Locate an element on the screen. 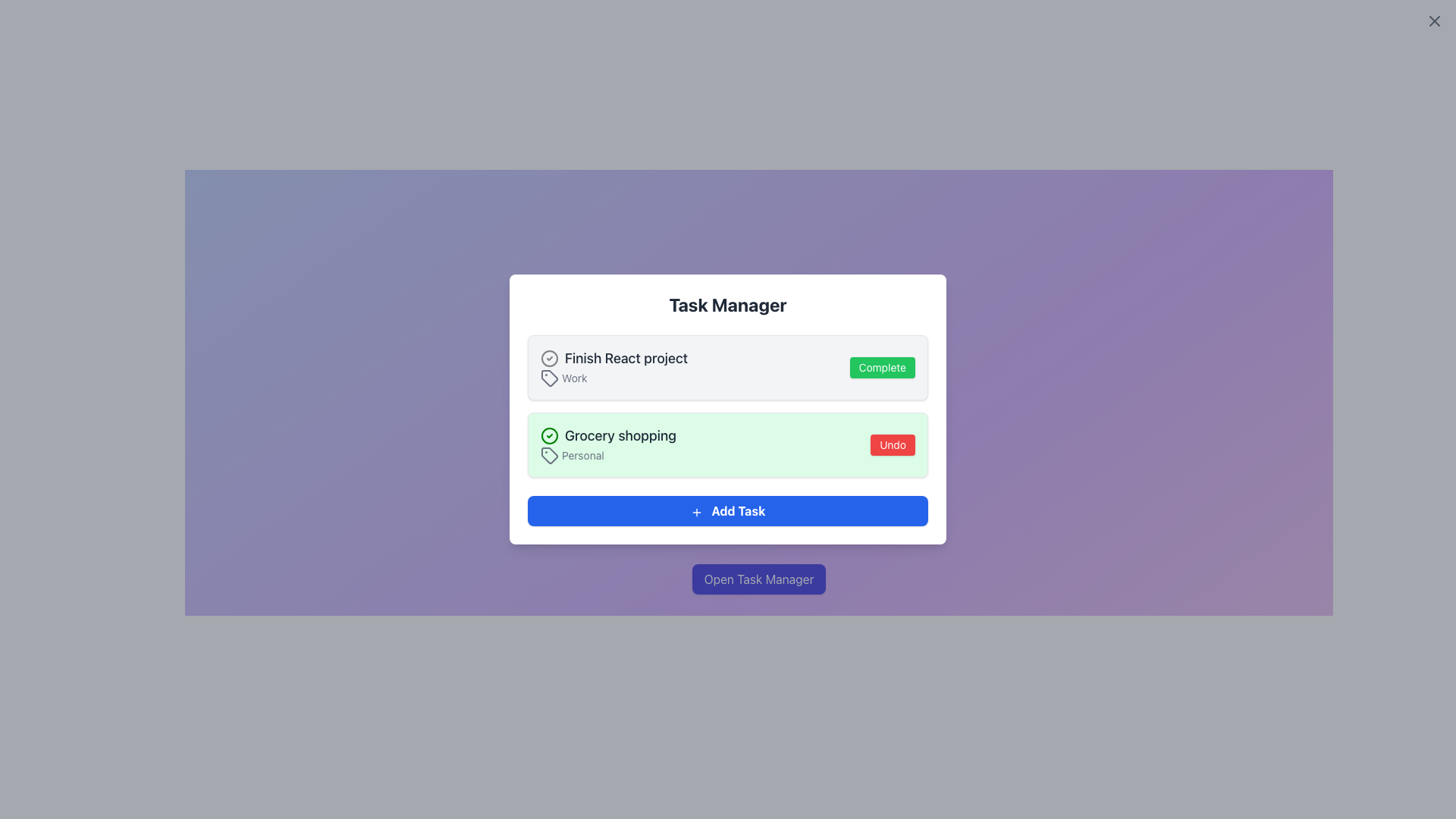 The width and height of the screenshot is (1456, 819). the associated icon of the Label located beneath the 'Finish React project' task title in the first task card of the 'Task Manager' application is located at coordinates (614, 377).